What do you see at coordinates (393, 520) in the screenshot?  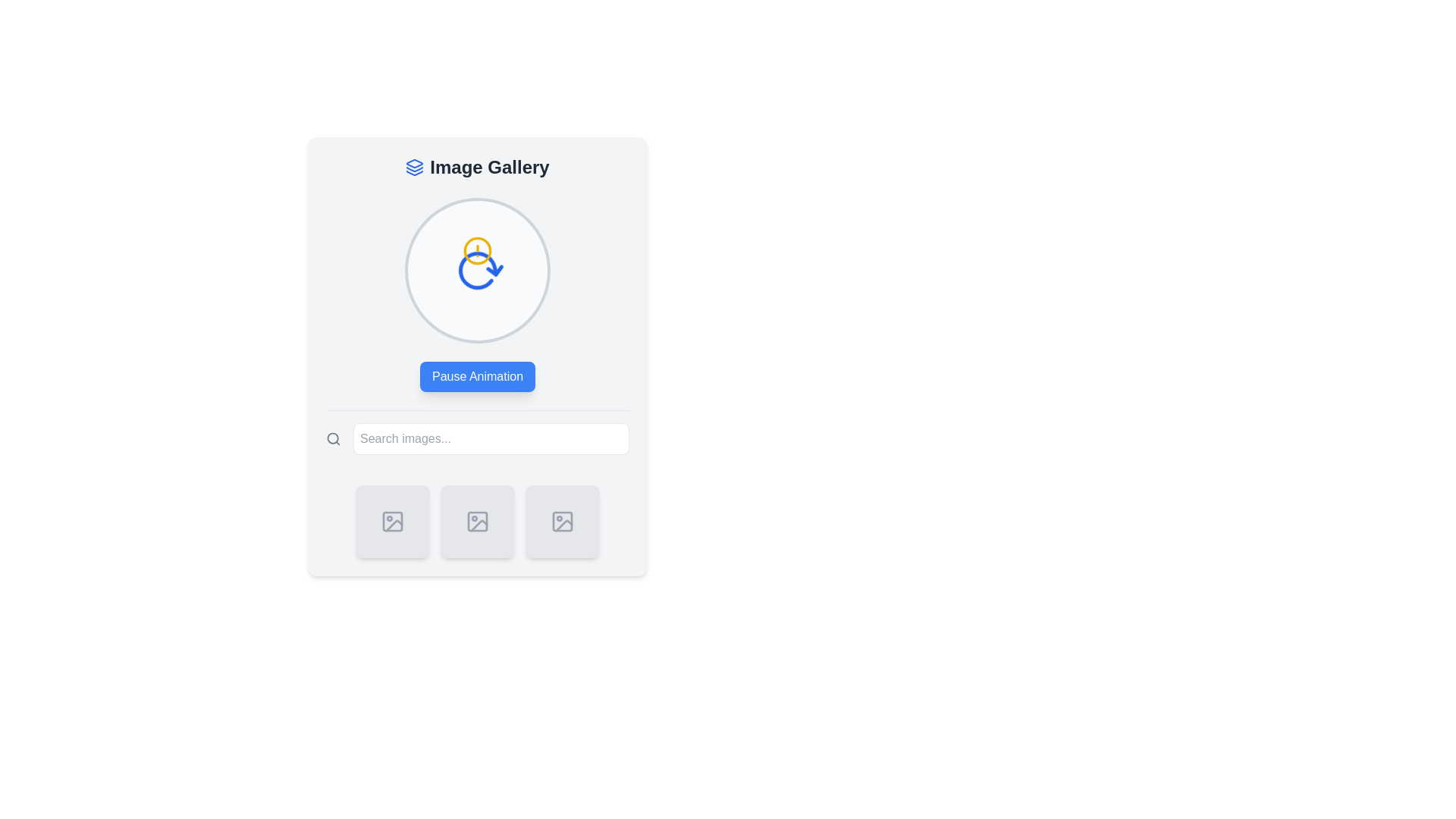 I see `the grayish rectangular button with rounded corners located at the bottom left of the grid layout` at bounding box center [393, 520].